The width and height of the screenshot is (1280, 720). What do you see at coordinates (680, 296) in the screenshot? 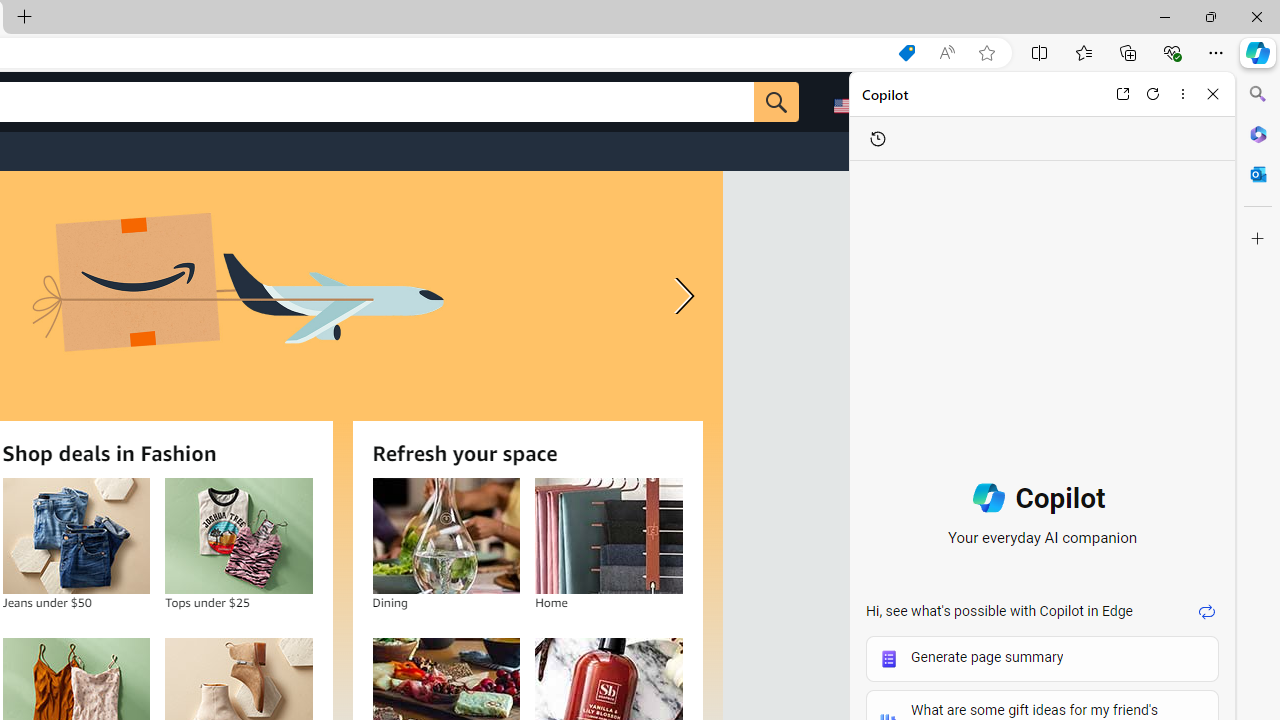
I see `'Next slide'` at bounding box center [680, 296].